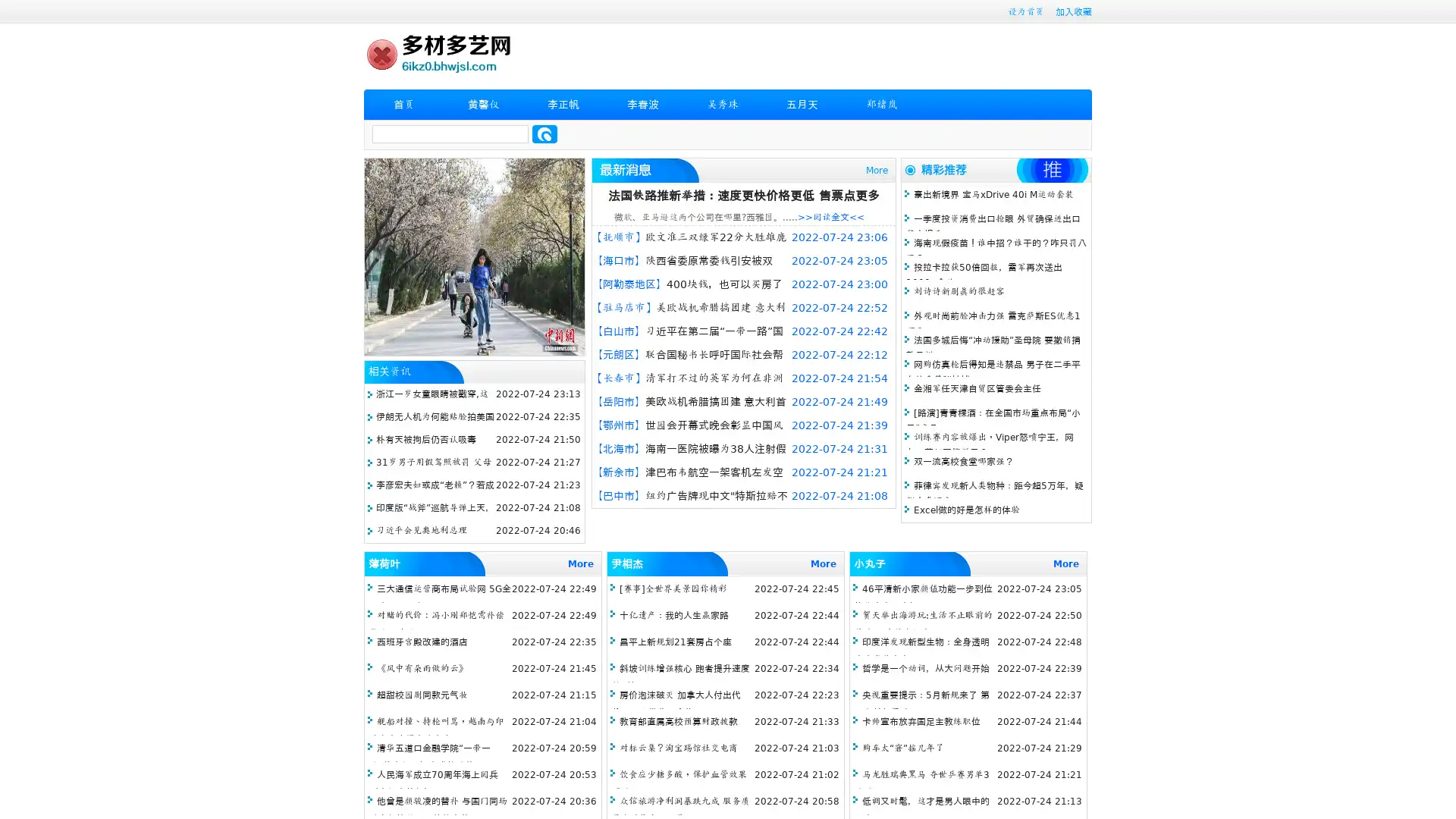 The image size is (1456, 819). Describe the element at coordinates (544, 133) in the screenshot. I see `Search` at that location.